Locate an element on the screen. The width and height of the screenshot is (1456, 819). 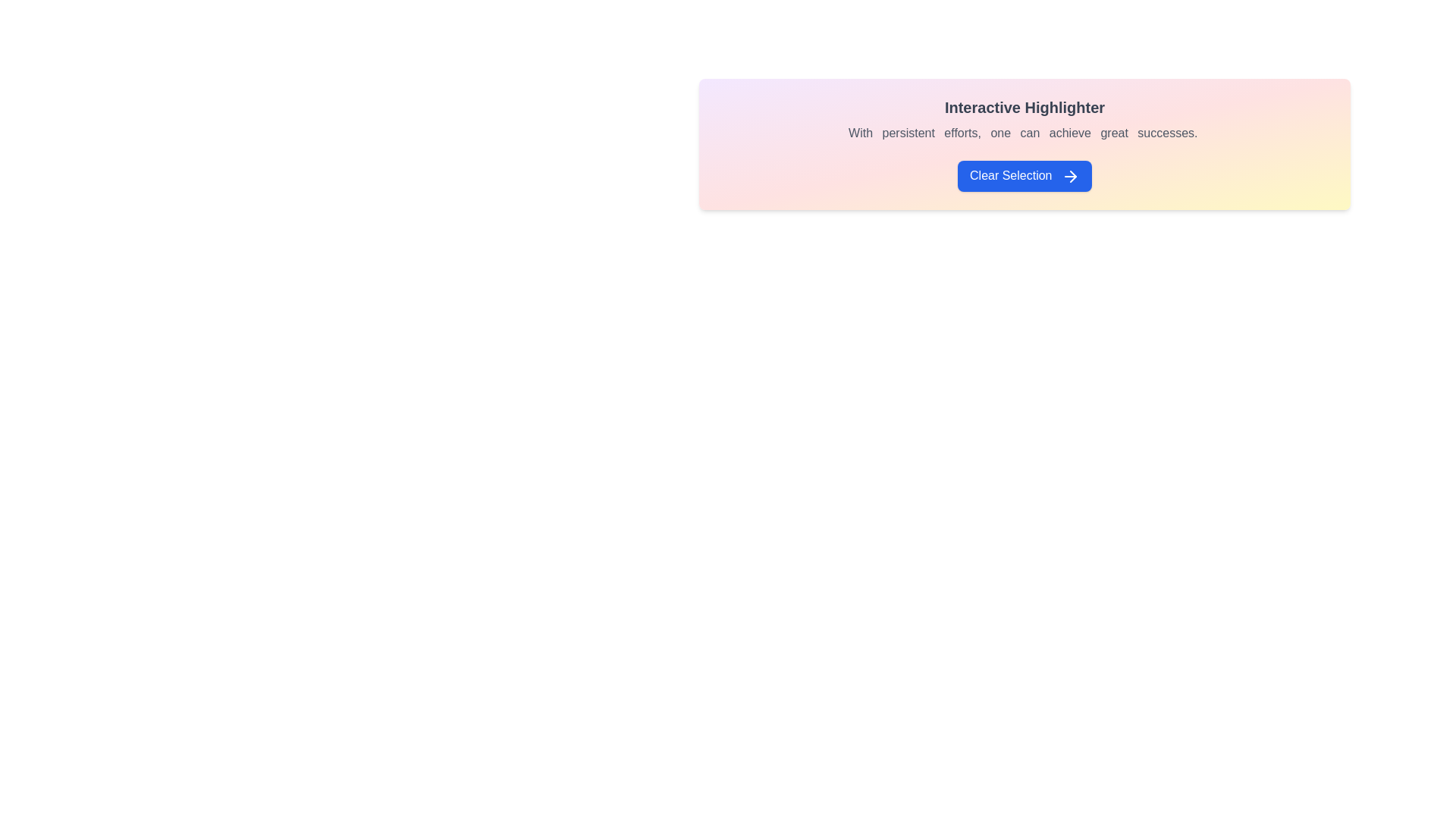
the word 'persistent' in the sentence 'With persistent efforts, one can achieve great successes.' is located at coordinates (910, 131).